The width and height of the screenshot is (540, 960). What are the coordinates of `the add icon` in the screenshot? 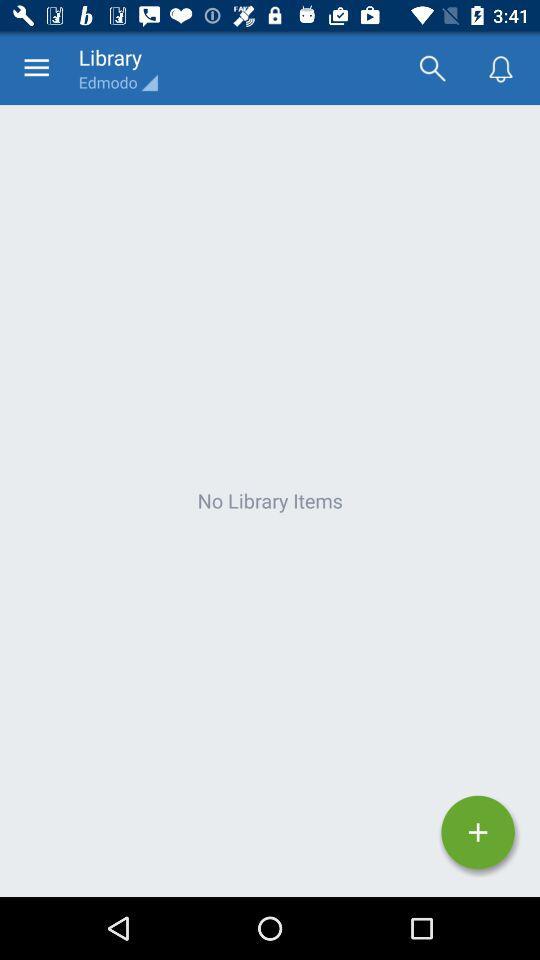 It's located at (477, 832).